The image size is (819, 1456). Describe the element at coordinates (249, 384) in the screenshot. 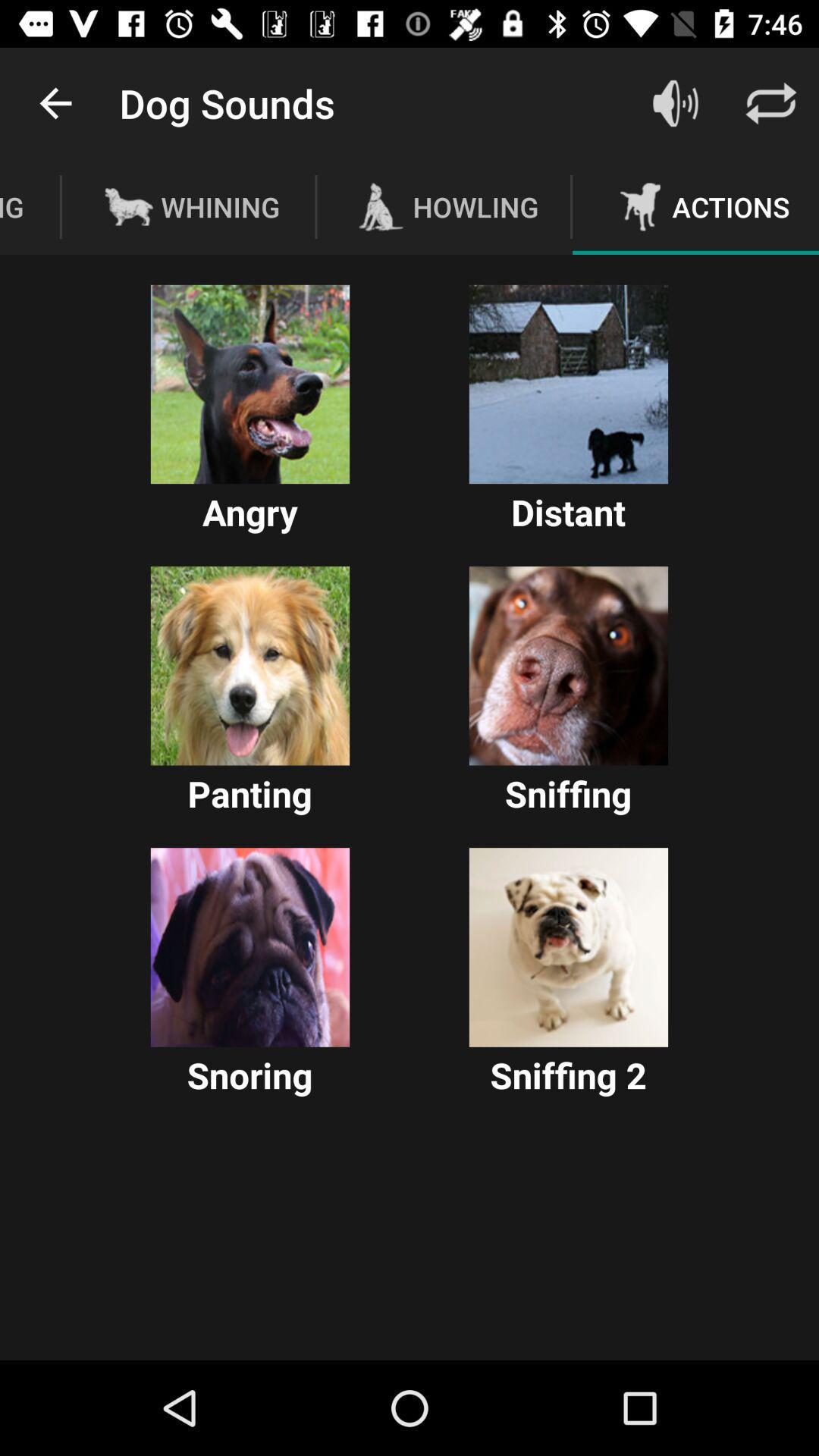

I see `sound` at that location.